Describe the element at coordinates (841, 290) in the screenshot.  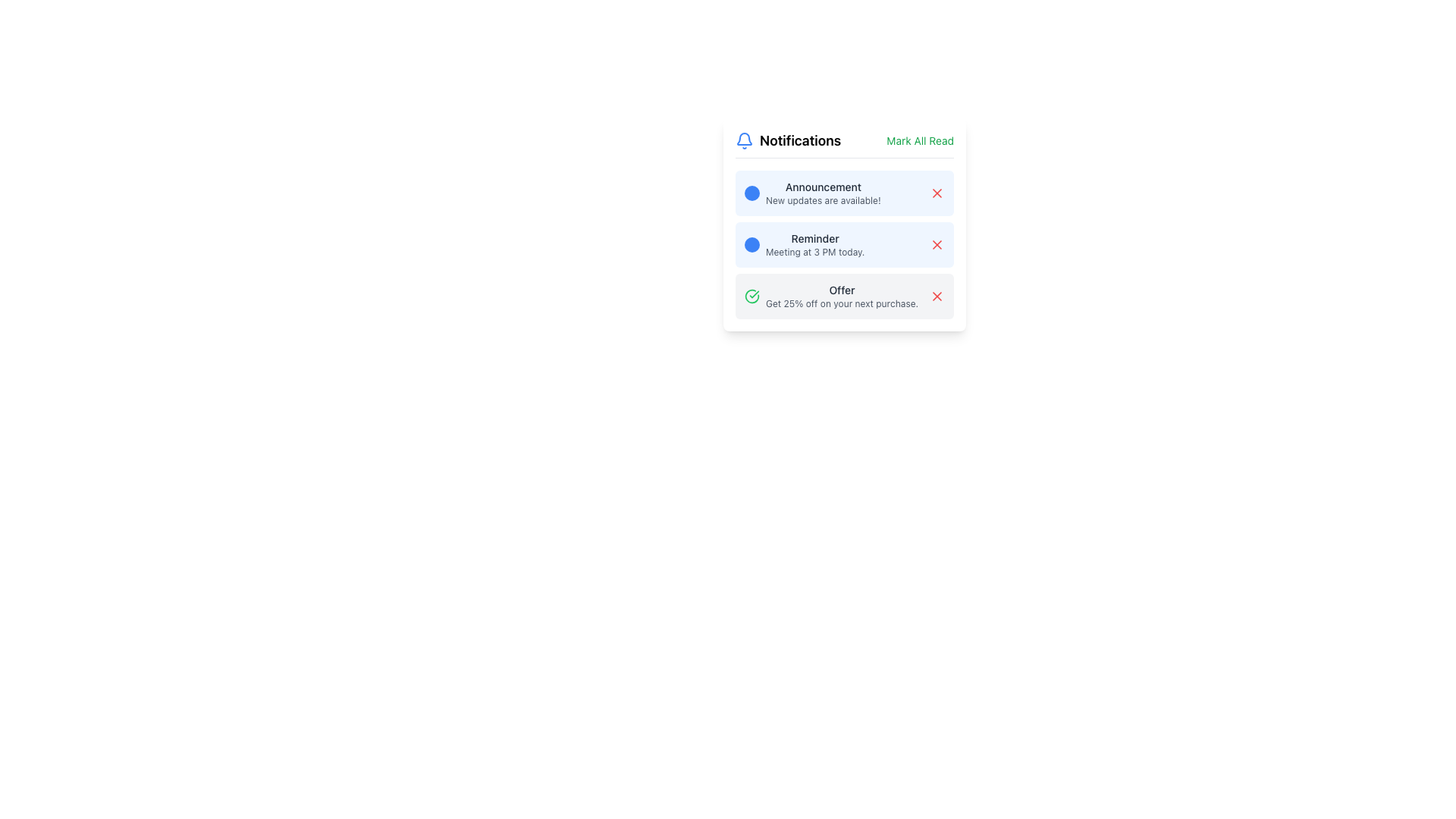
I see `the 'Offer' label located in the bottom section of the notification card, positioned above the description text 'Get 25% off on your next purchase.'` at that location.